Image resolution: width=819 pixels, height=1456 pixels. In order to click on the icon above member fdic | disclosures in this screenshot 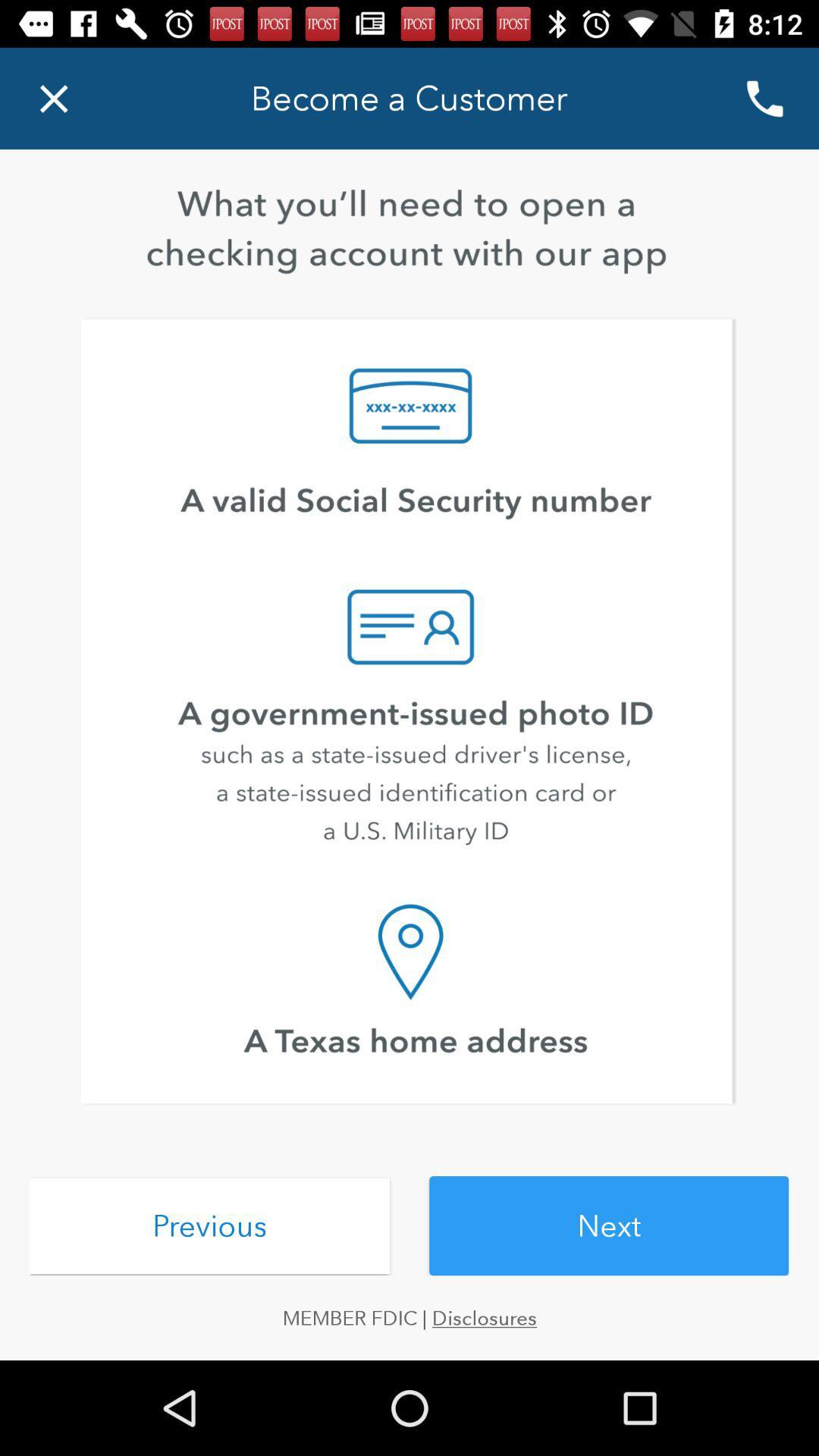, I will do `click(209, 1226)`.